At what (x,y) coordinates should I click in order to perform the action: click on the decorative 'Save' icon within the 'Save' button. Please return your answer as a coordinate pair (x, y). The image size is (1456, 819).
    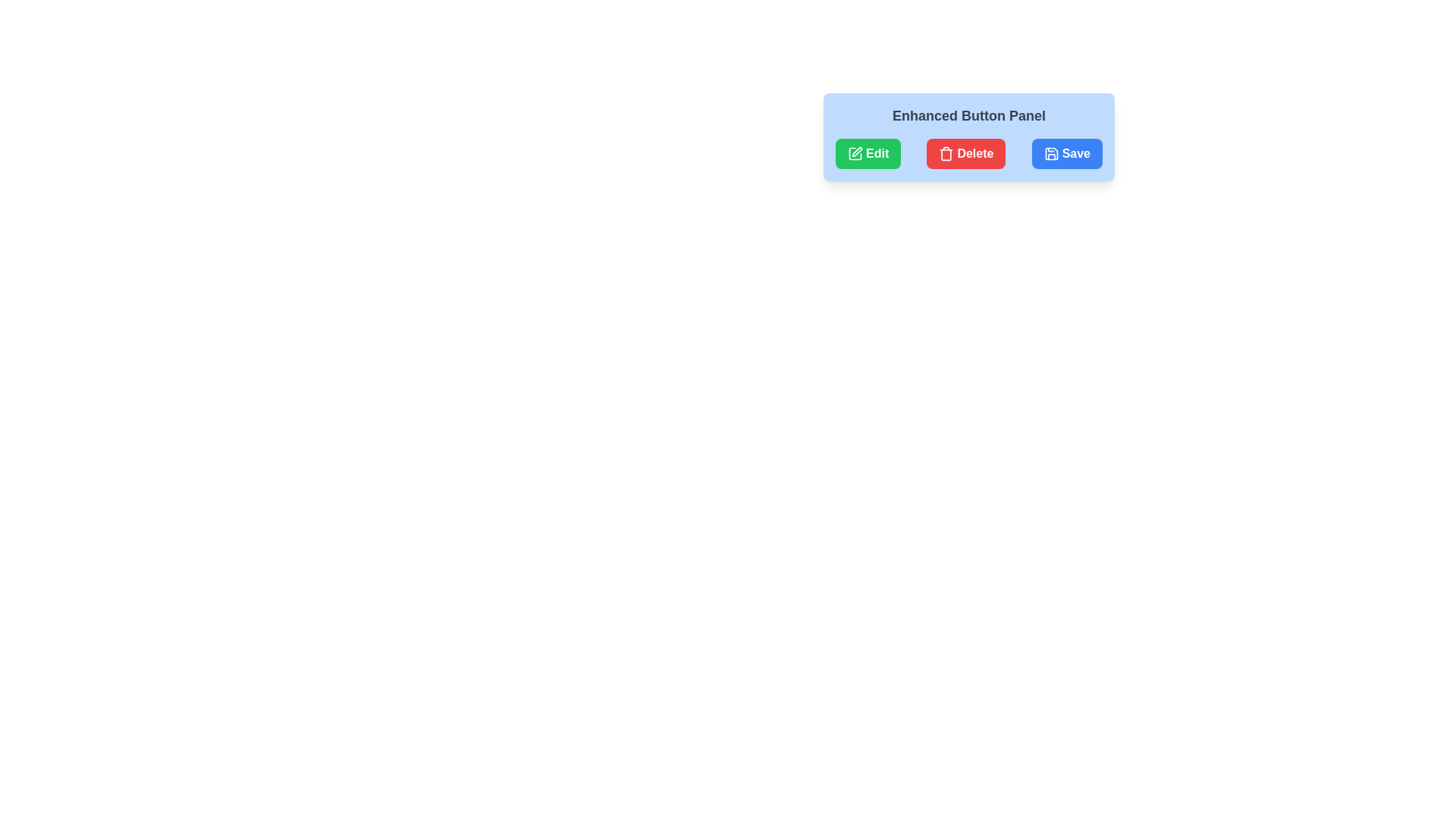
    Looking at the image, I should click on (1050, 154).